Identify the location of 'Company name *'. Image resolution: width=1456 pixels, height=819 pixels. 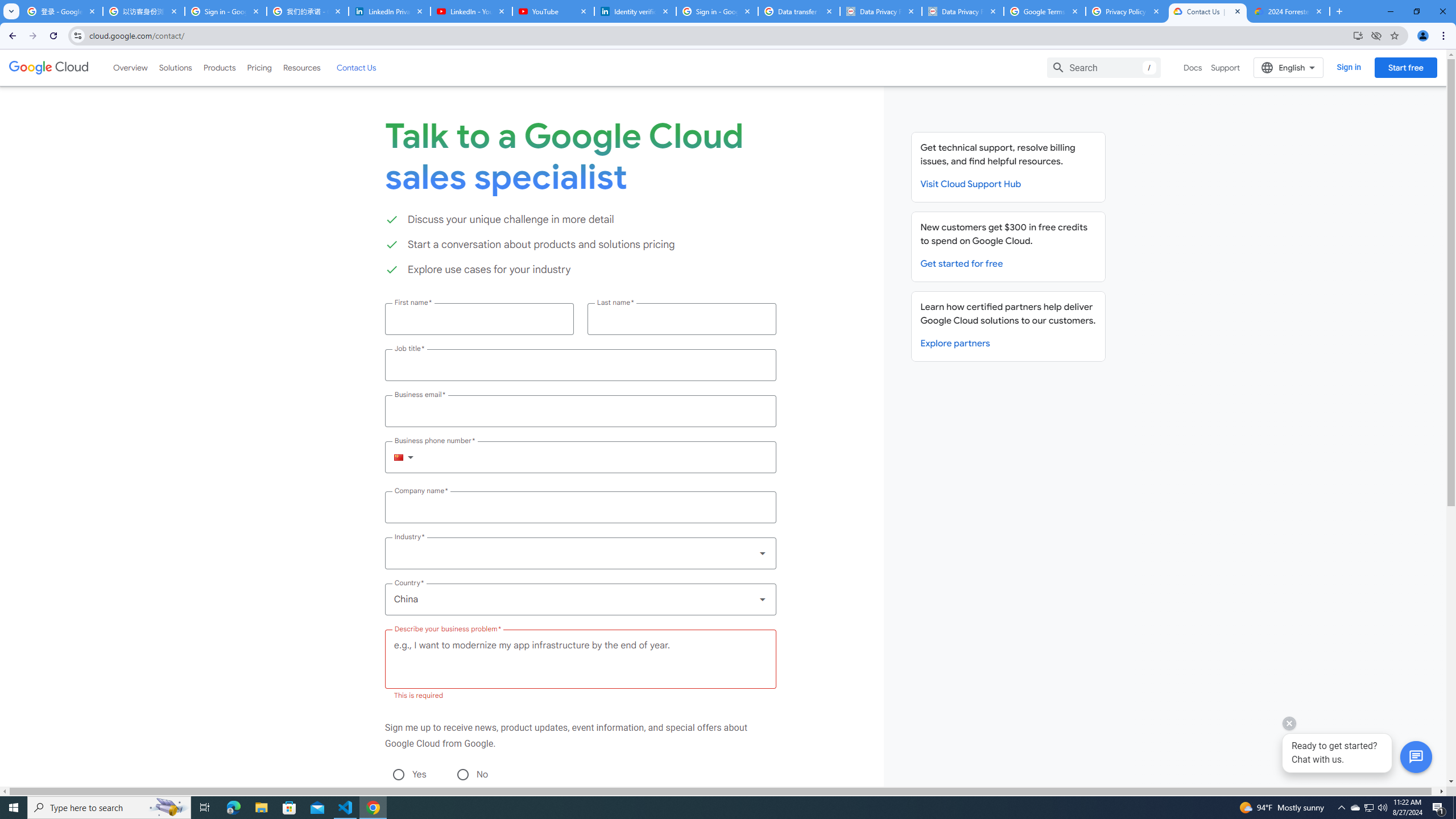
(580, 507).